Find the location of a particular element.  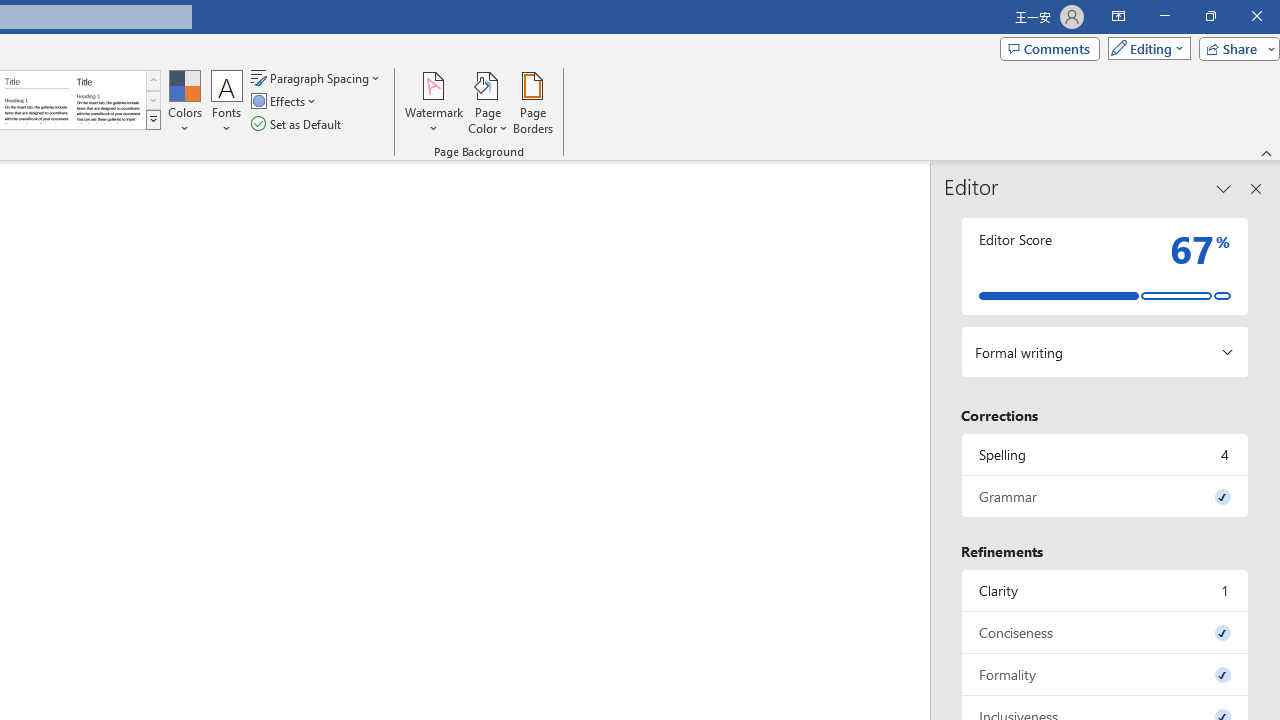

'Ribbon Display Options' is located at coordinates (1117, 16).